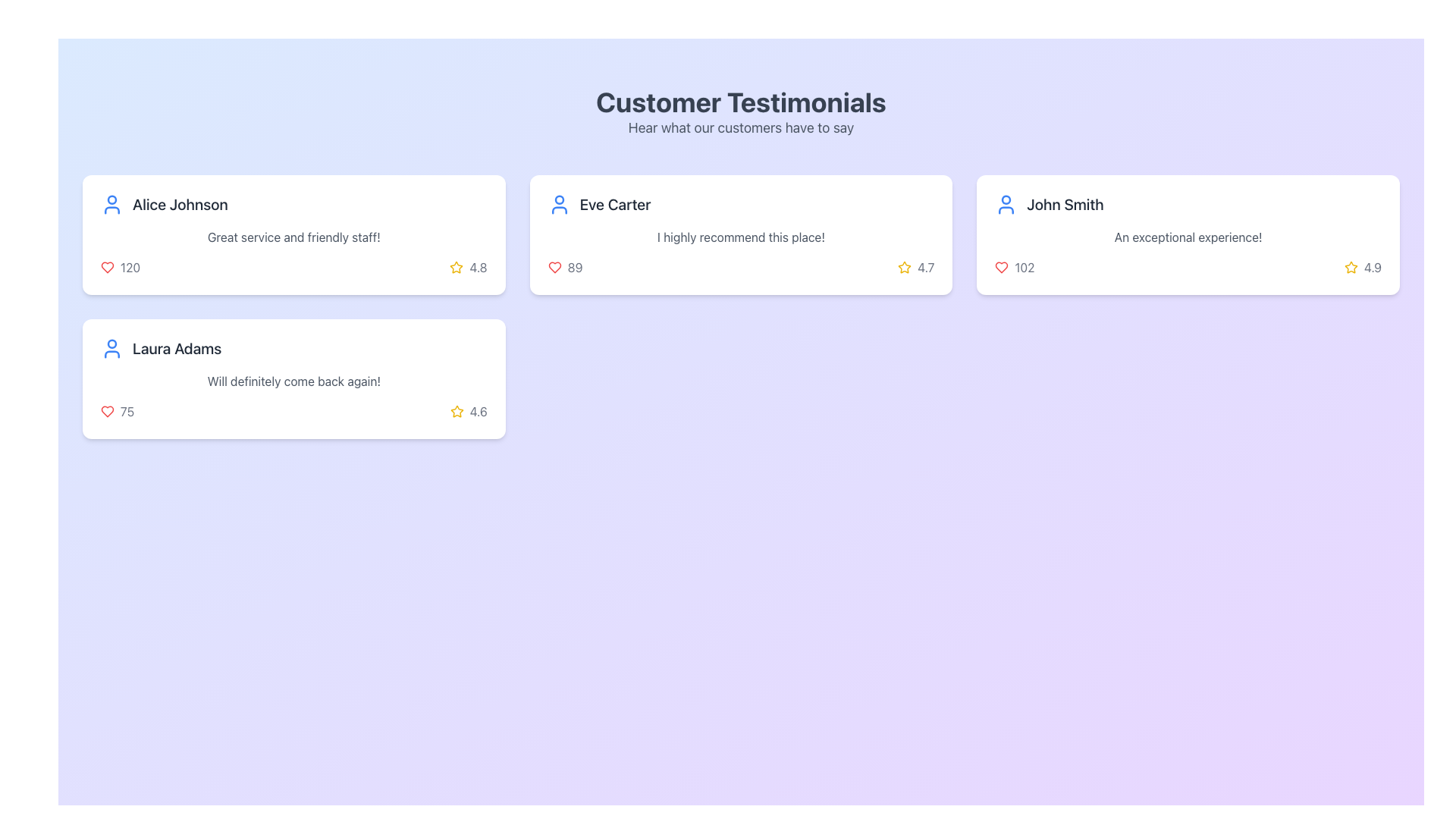 Image resolution: width=1456 pixels, height=819 pixels. What do you see at coordinates (1002, 267) in the screenshot?
I see `the heart icon filled with red color, which symbolizes a 'like' feature, located directly to the left of the textual element '102' within the card associated with 'John Smith'` at bounding box center [1002, 267].